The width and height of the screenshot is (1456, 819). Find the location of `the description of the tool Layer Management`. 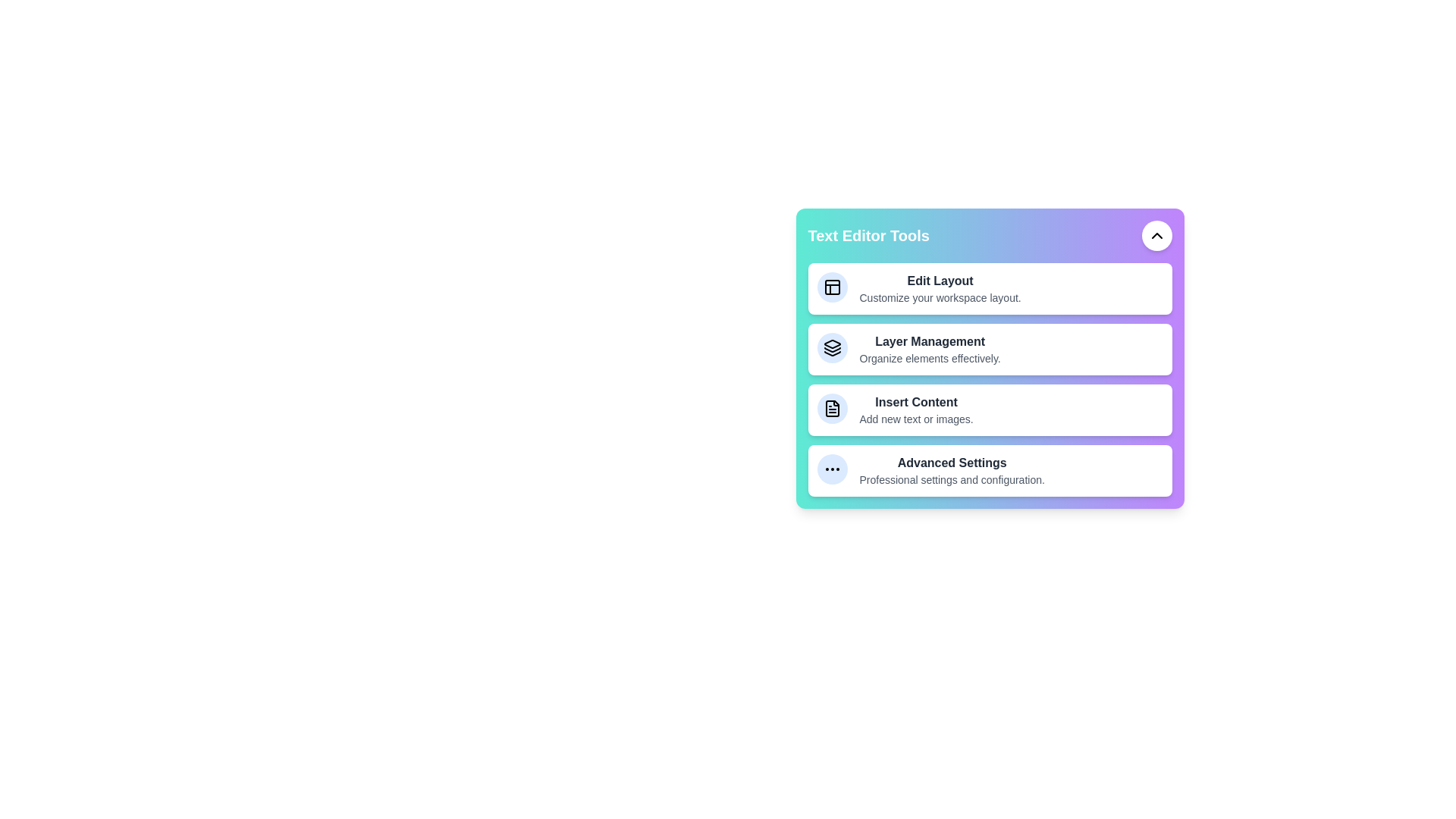

the description of the tool Layer Management is located at coordinates (910, 332).